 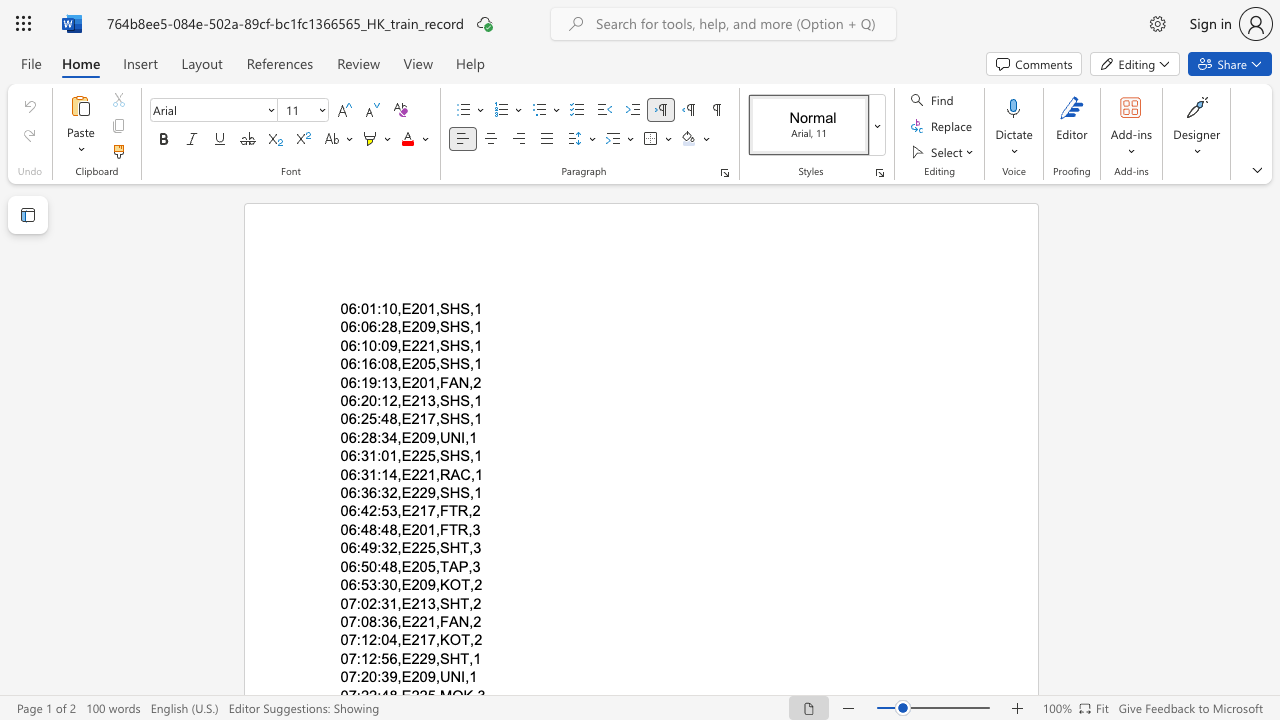 What do you see at coordinates (458, 602) in the screenshot?
I see `the space between the continuous character "H" and "T" in the text` at bounding box center [458, 602].